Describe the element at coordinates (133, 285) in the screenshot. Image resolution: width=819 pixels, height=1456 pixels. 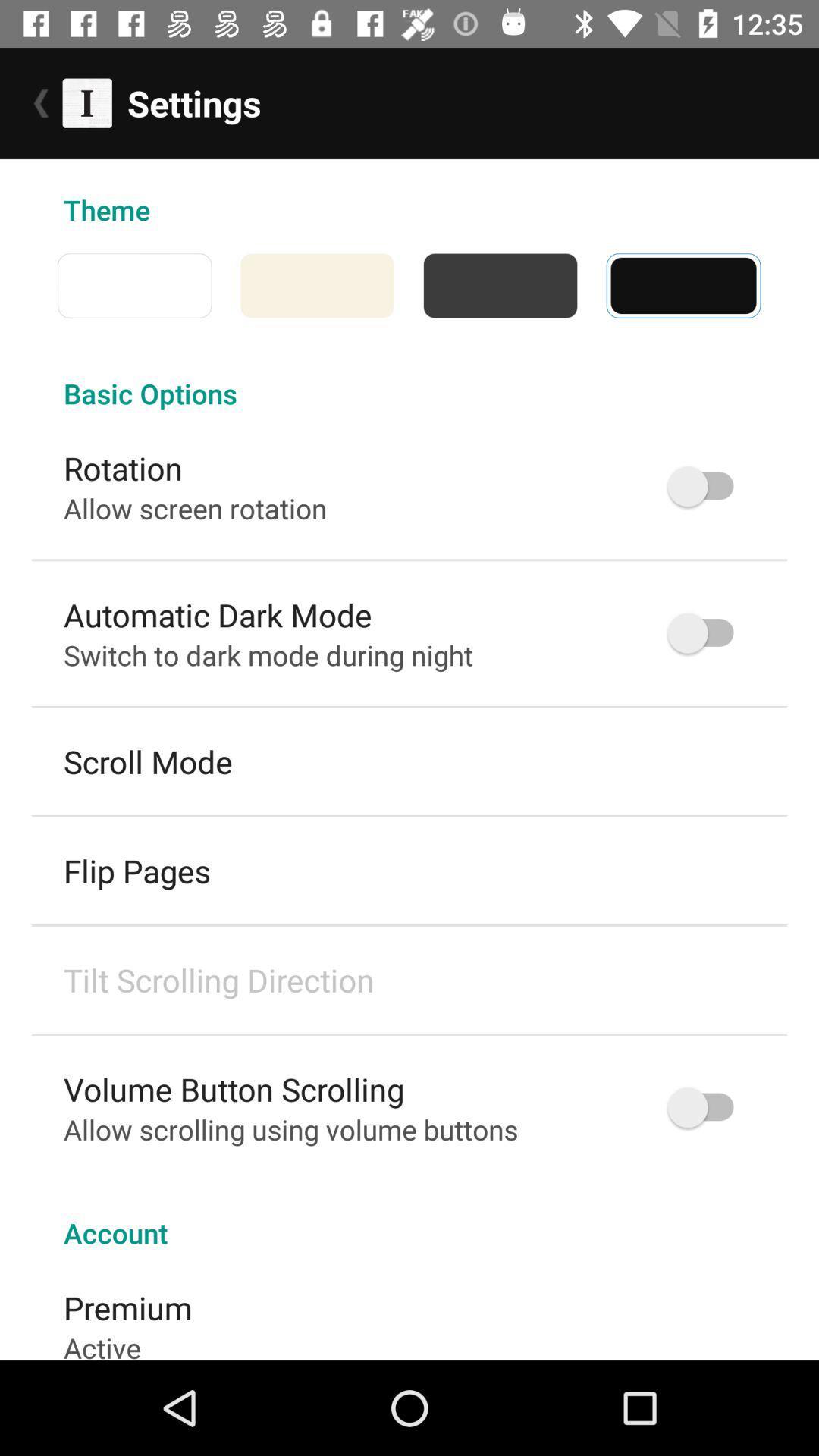
I see `the item above basic options icon` at that location.